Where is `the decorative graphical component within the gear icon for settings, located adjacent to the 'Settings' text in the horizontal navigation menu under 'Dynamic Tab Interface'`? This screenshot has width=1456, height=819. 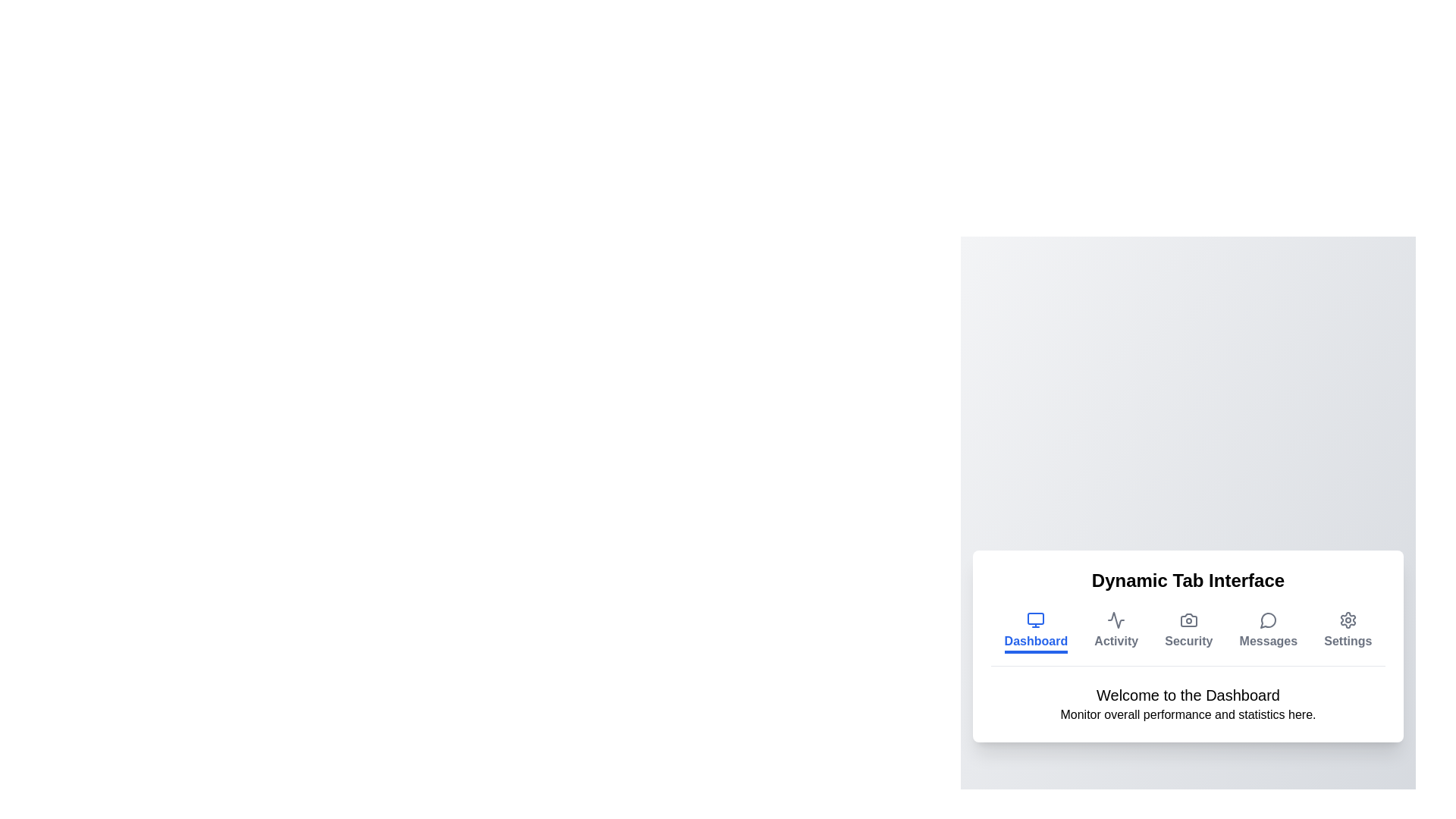
the decorative graphical component within the gear icon for settings, located adjacent to the 'Settings' text in the horizontal navigation menu under 'Dynamic Tab Interface' is located at coordinates (1348, 620).